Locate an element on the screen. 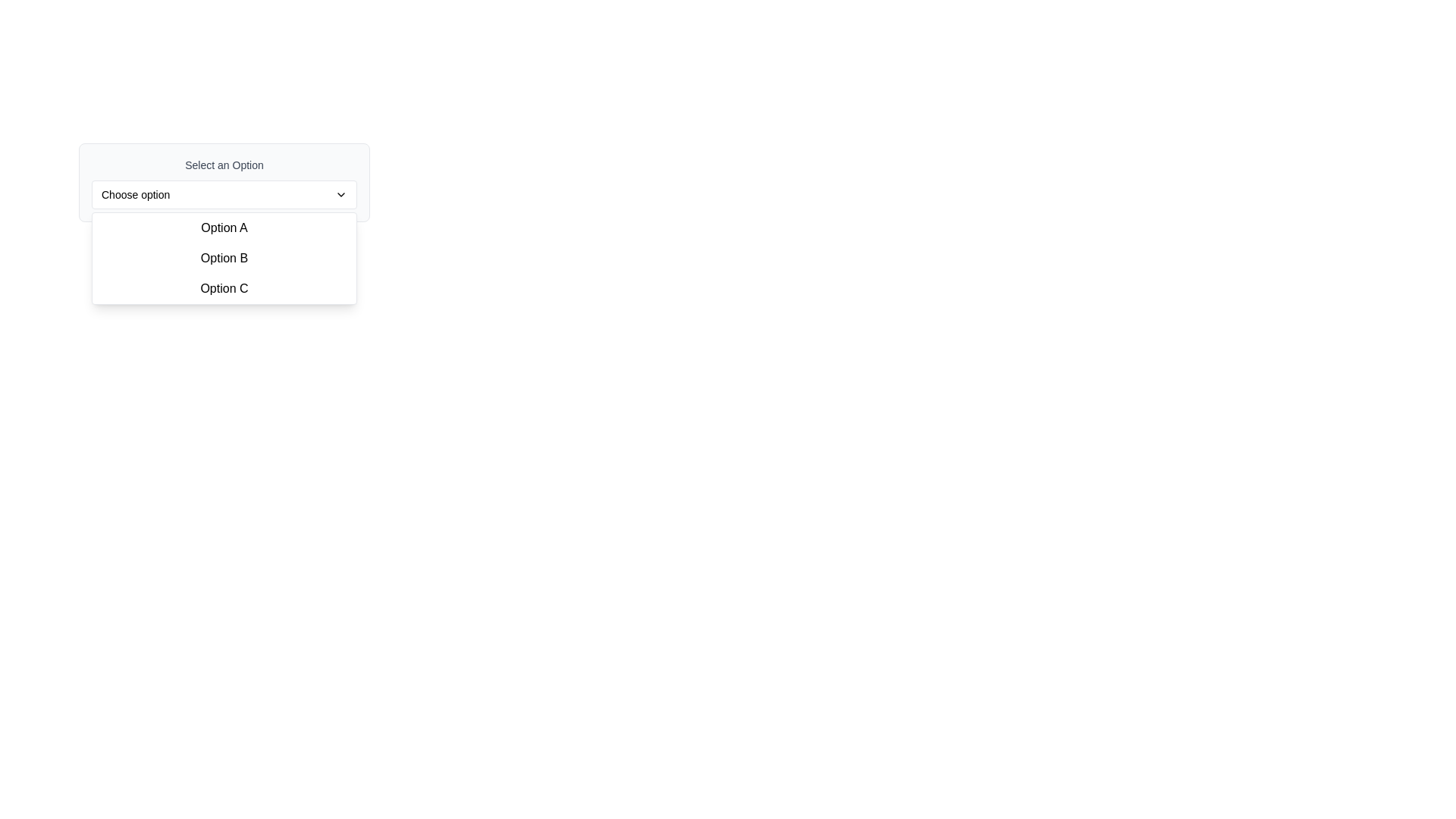  the first option in the dropdown menu labeled 'Option A' is located at coordinates (224, 227).